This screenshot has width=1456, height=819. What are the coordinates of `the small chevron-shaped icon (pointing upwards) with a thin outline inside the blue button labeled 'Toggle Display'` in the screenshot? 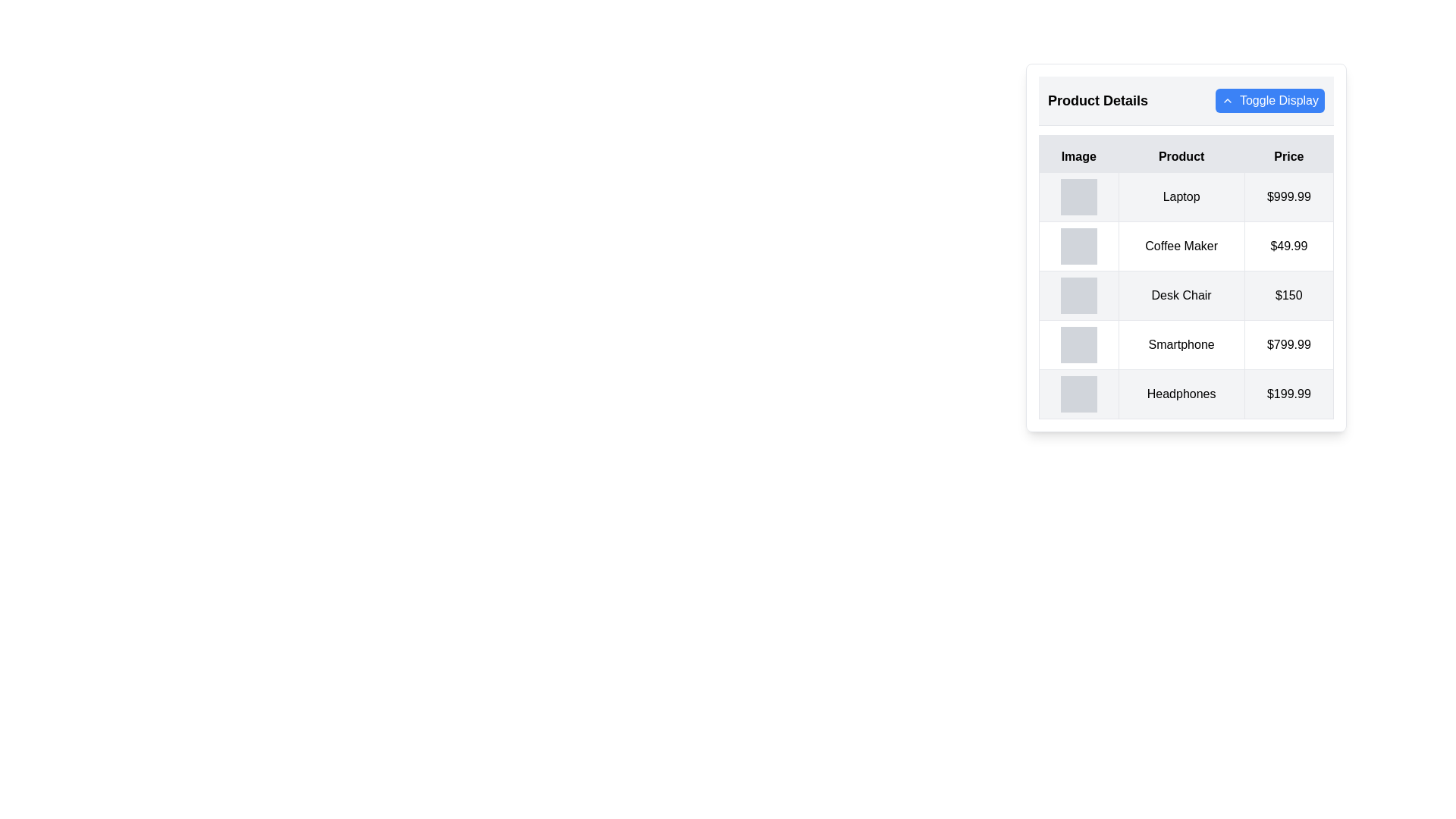 It's located at (1227, 100).